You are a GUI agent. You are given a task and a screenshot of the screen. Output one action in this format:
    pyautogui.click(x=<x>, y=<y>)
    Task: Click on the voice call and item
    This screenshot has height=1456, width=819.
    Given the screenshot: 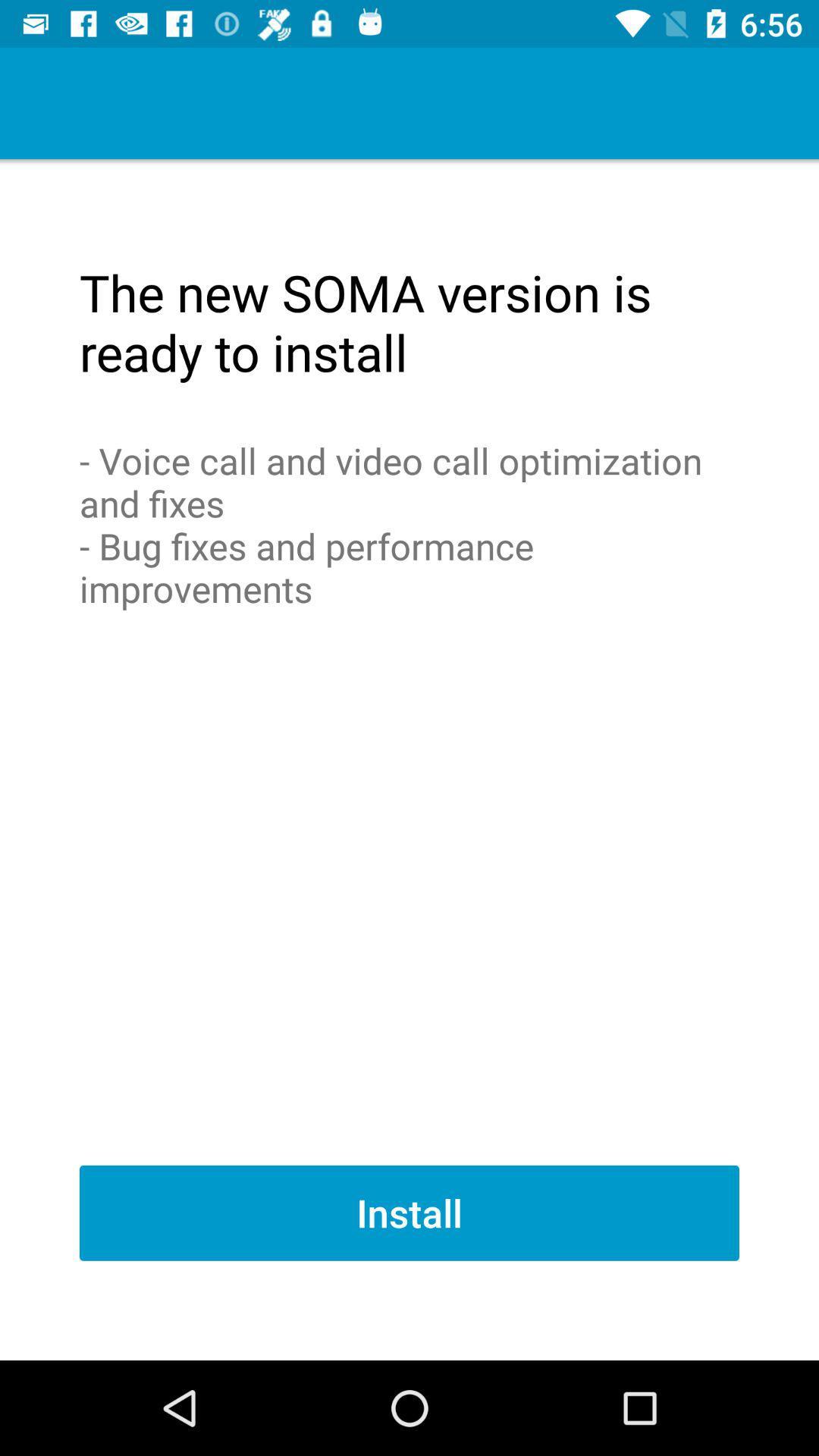 What is the action you would take?
    pyautogui.click(x=409, y=524)
    